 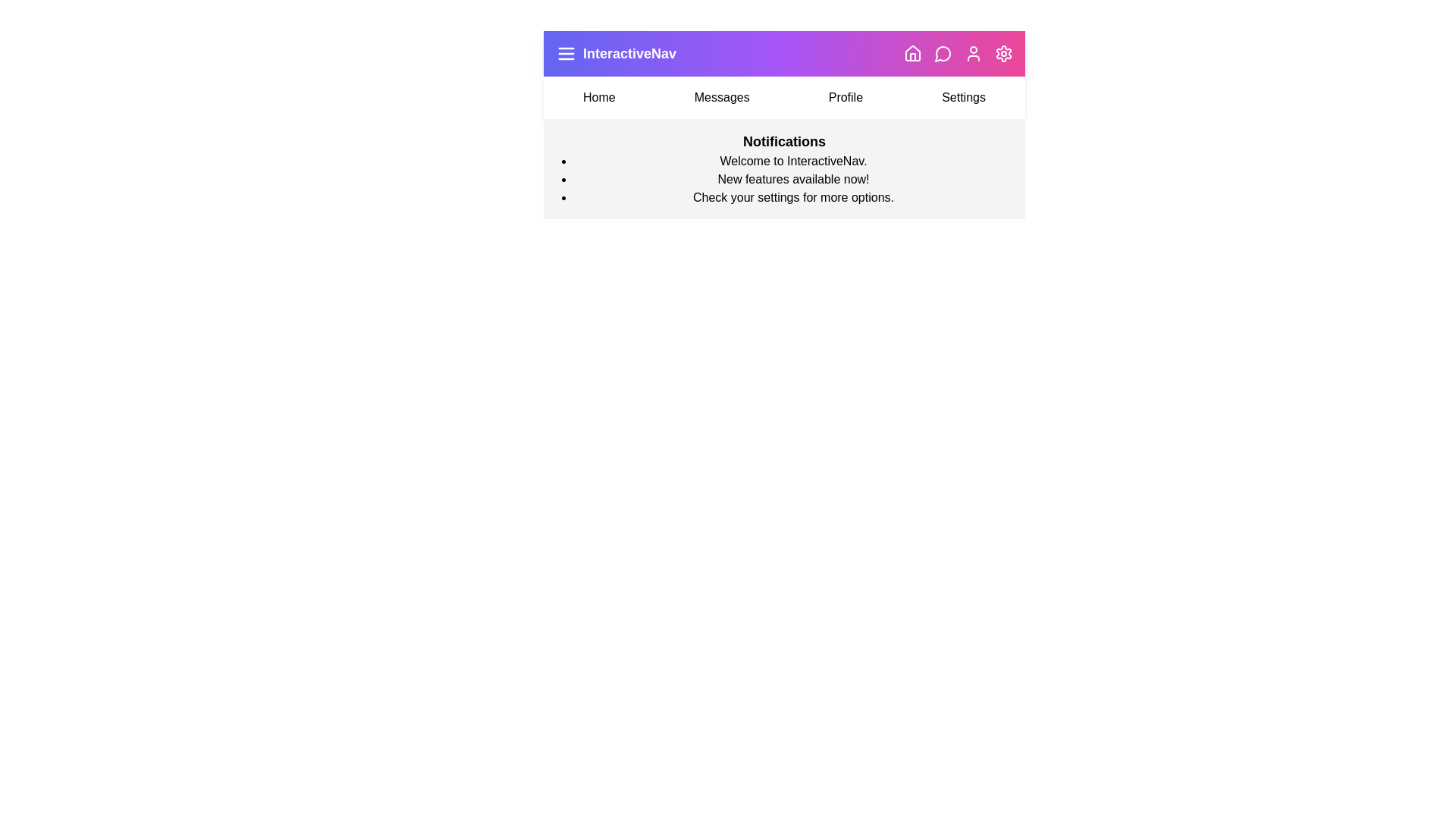 I want to click on the menu item Settings to navigate to the respective section, so click(x=963, y=97).